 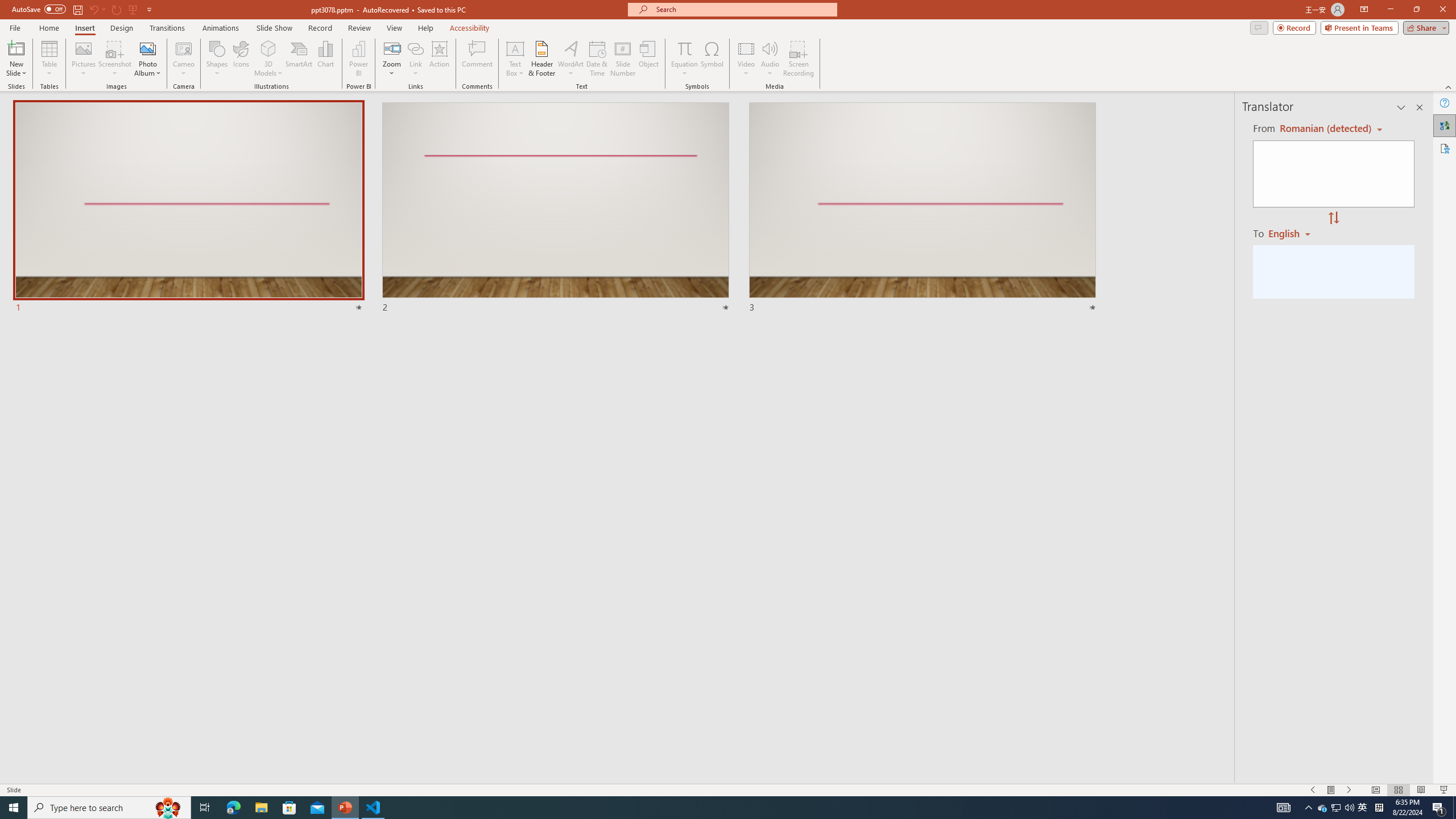 I want to click on 'Icons', so click(x=241, y=59).